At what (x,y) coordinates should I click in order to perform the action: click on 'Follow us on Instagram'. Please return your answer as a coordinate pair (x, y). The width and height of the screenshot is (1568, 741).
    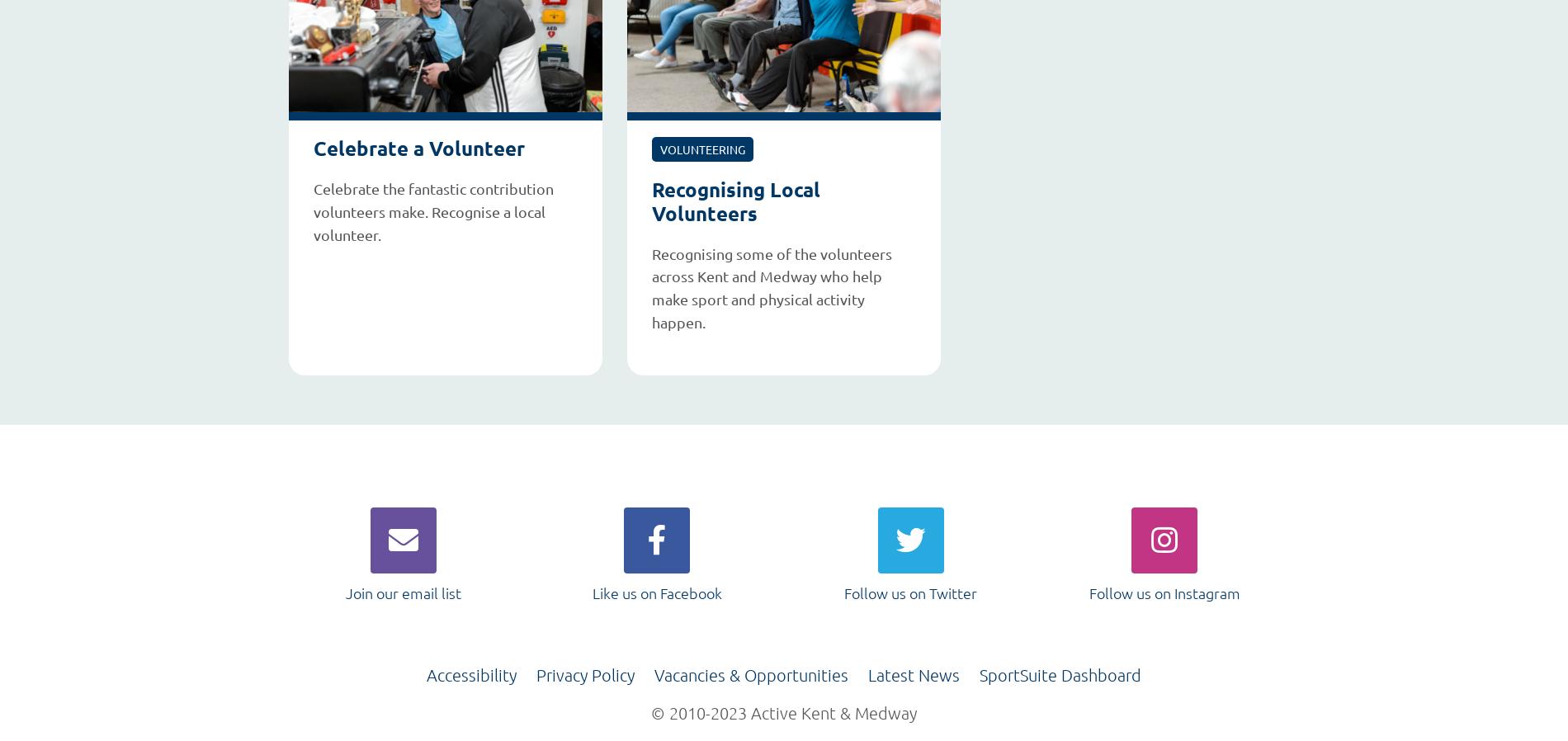
    Looking at the image, I should click on (1087, 592).